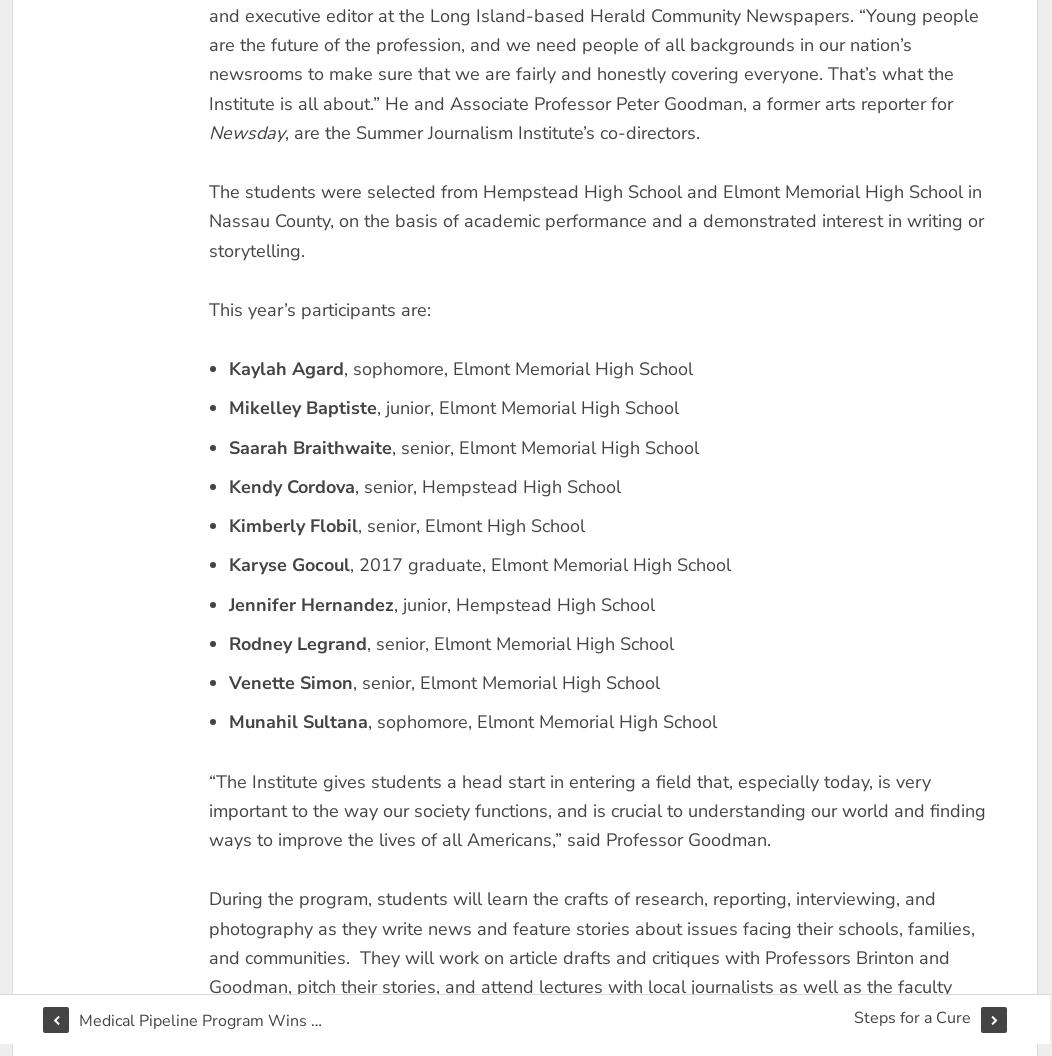  Describe the element at coordinates (594, 220) in the screenshot. I see `'The students were selected from Hempstead High School and Elmont Memorial High School in Nassau County, on the basis of academic performance and a demonstrated interest in writing or storytelling.'` at that location.